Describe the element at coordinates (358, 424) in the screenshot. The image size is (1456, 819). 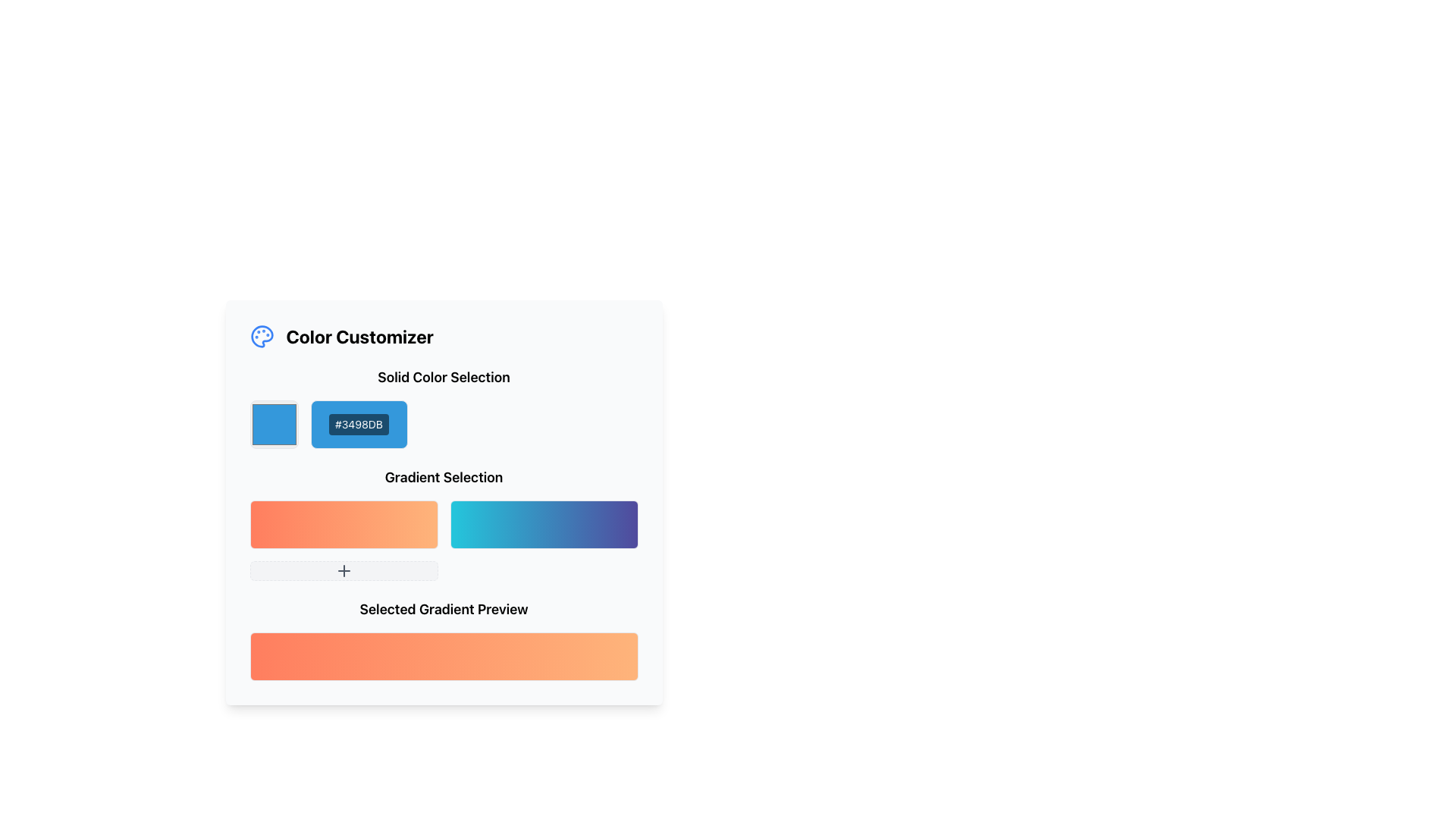
I see `the rectangular button-like component with a blue background and the text '#3498DB' in white color, located under the 'Solid Color Selection' heading` at that location.